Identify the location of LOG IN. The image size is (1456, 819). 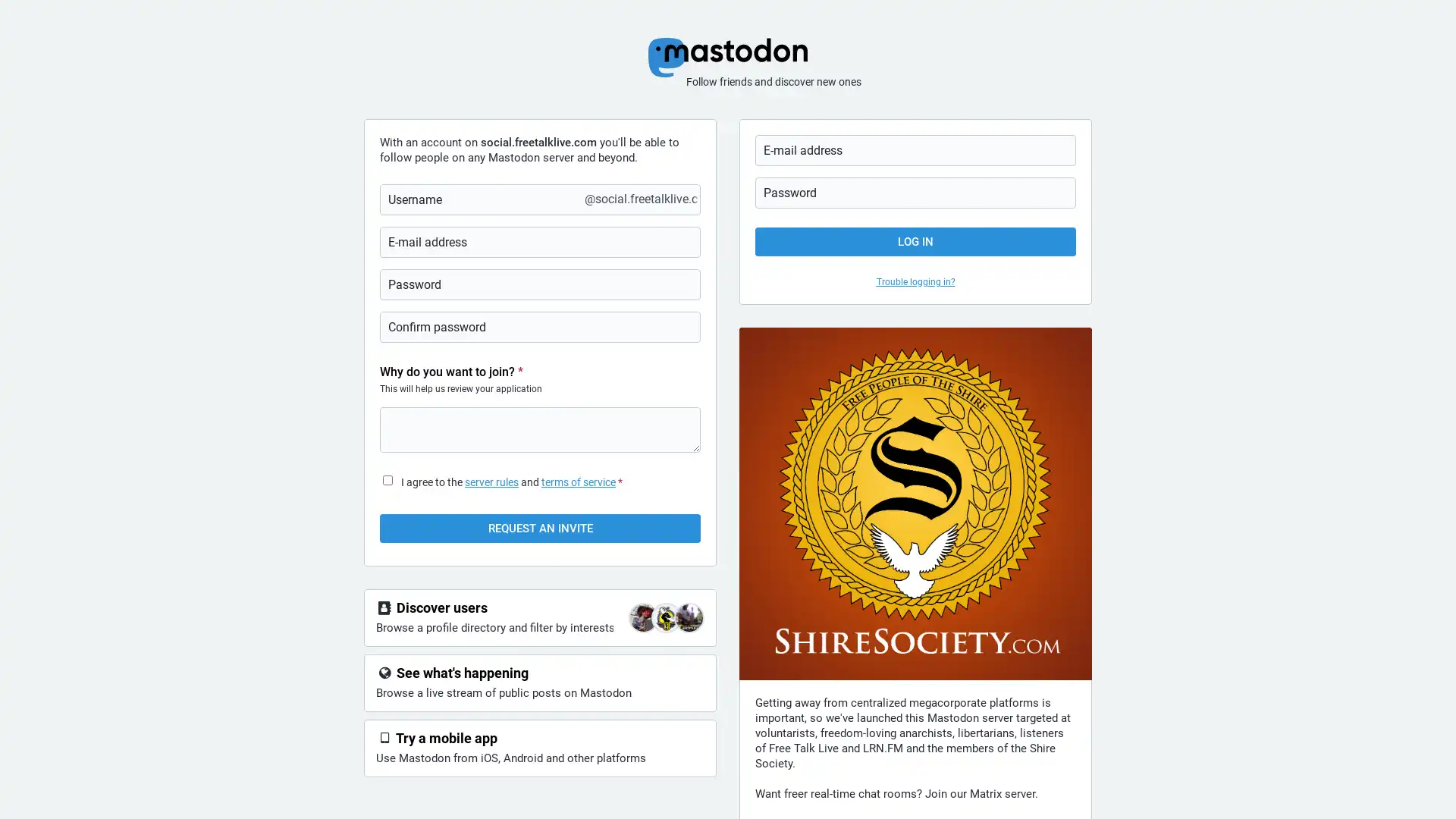
(915, 241).